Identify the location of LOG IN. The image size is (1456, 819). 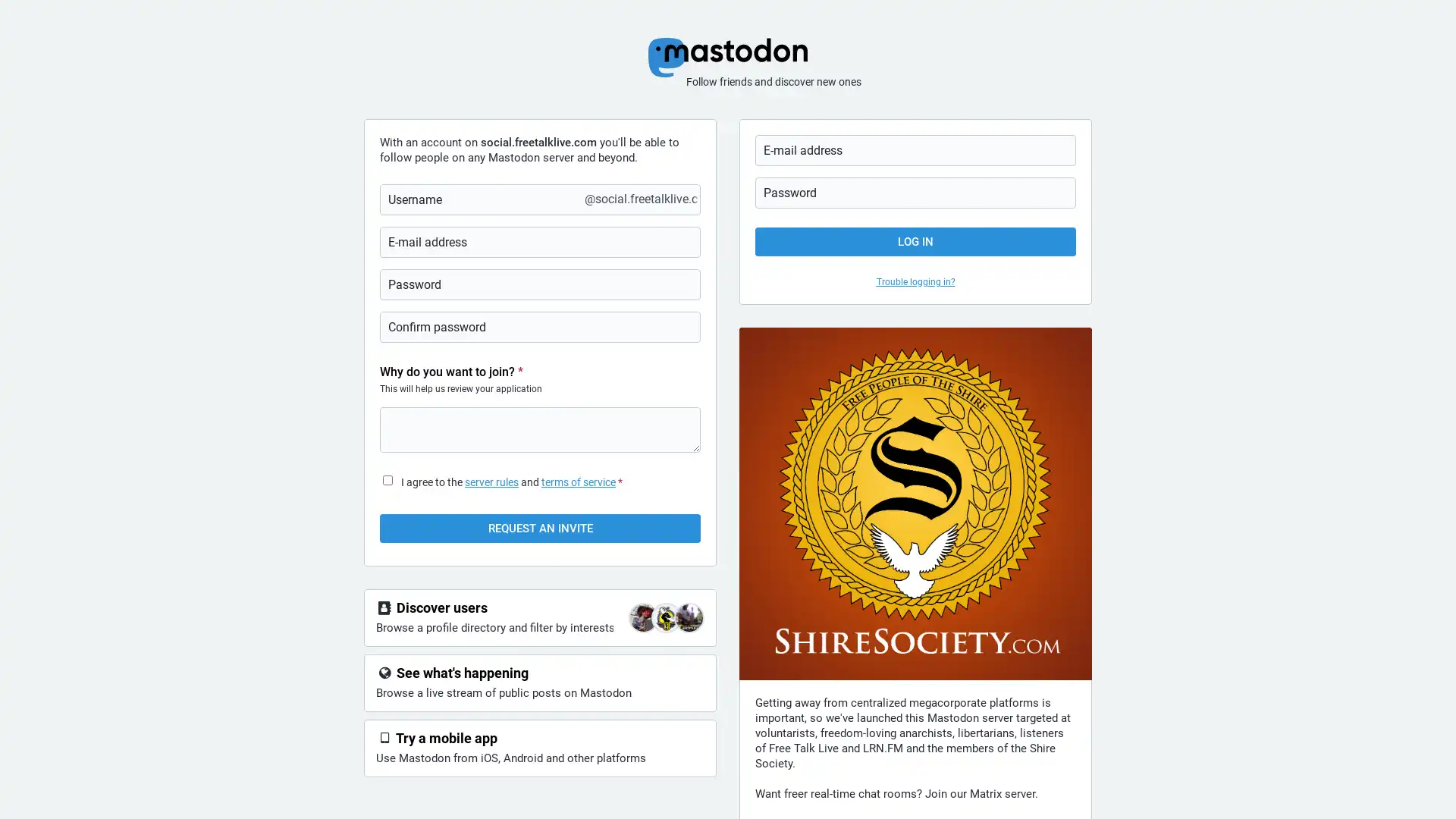
(915, 241).